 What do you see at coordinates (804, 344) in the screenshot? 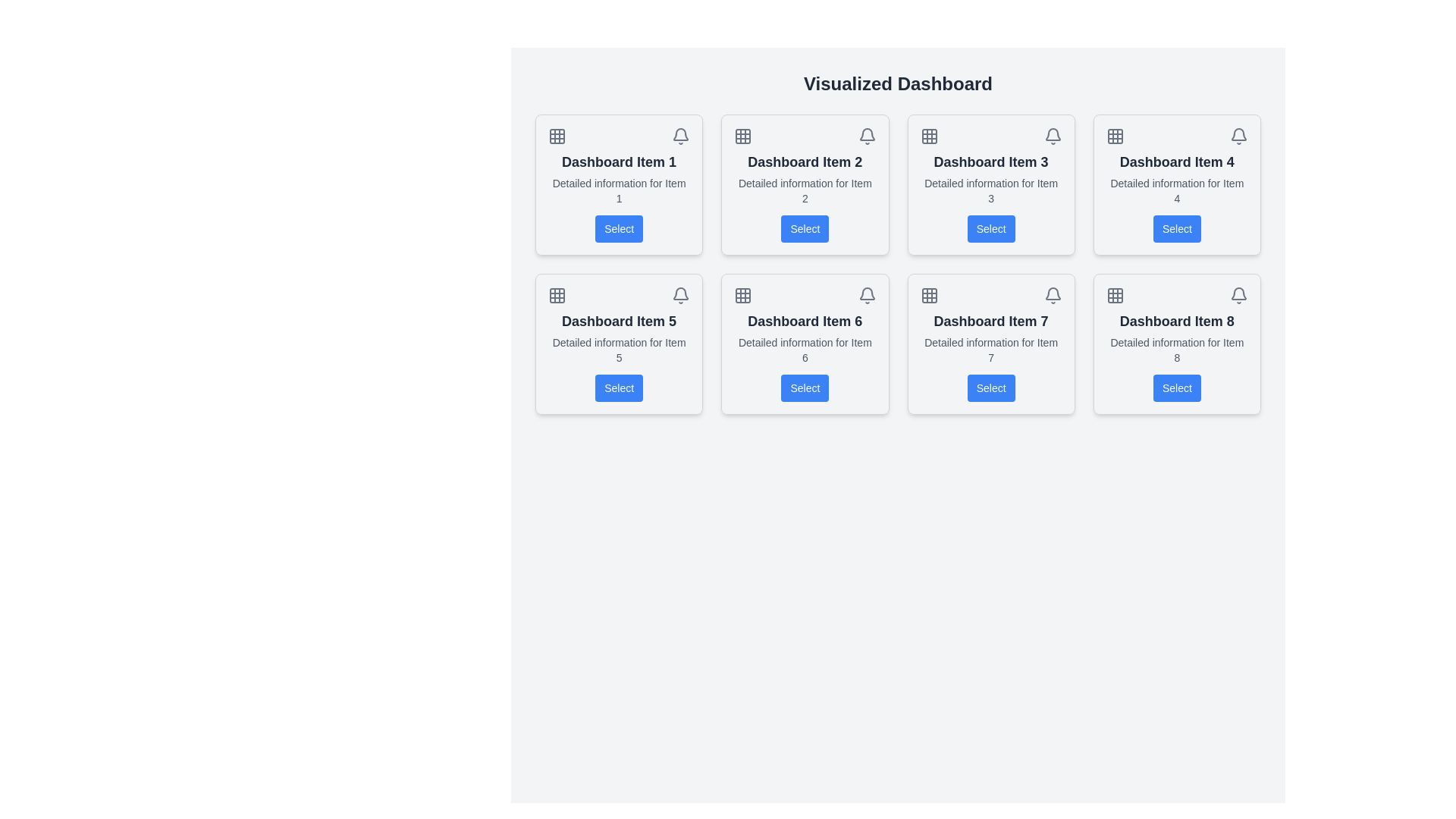
I see `the 'Select' button located at the bottom of the Card component that has the header 'Dashboard Item 6' and subtext 'Detailed information for Item 6'` at bounding box center [804, 344].